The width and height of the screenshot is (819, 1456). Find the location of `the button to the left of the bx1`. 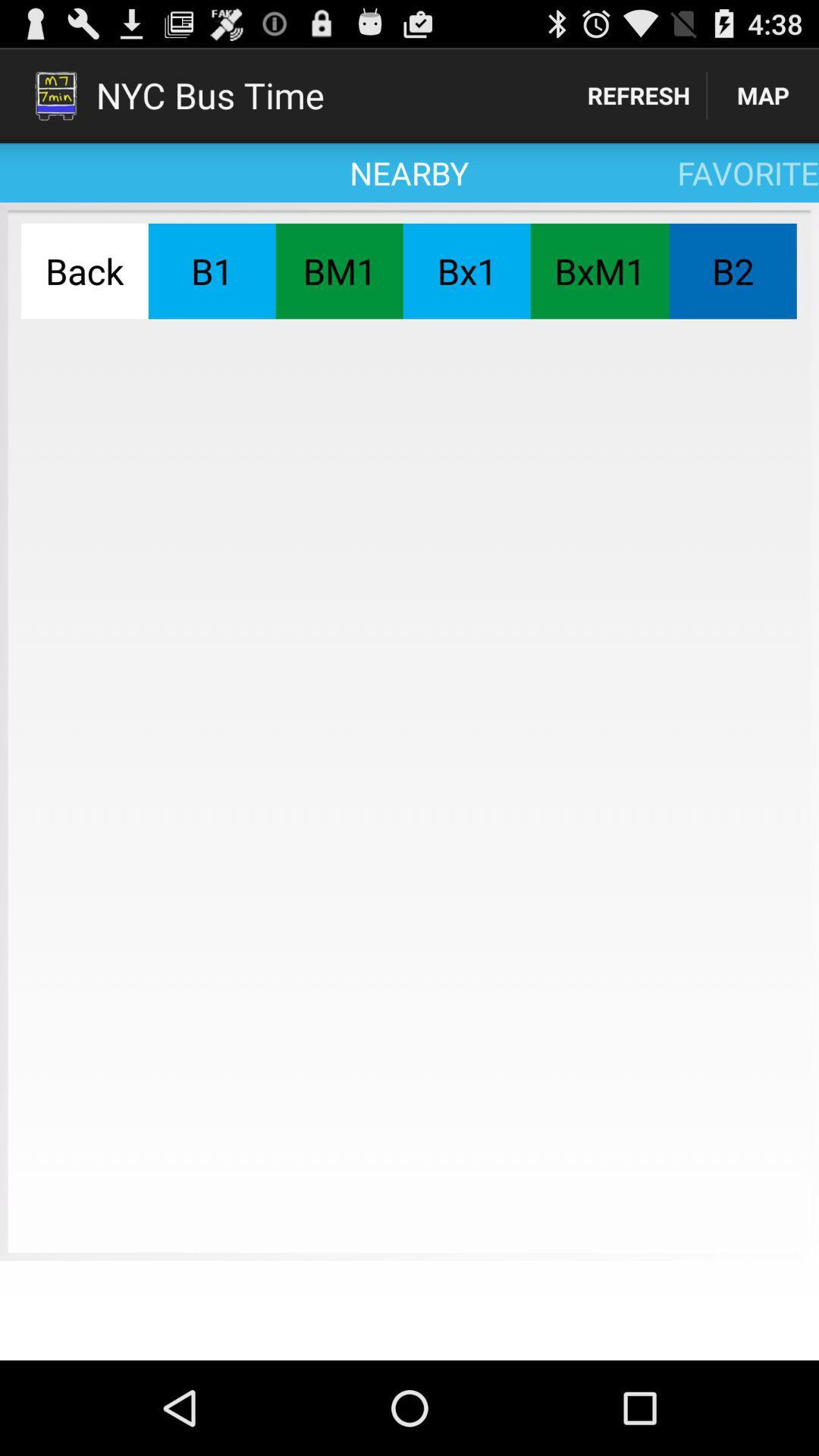

the button to the left of the bx1 is located at coordinates (338, 271).